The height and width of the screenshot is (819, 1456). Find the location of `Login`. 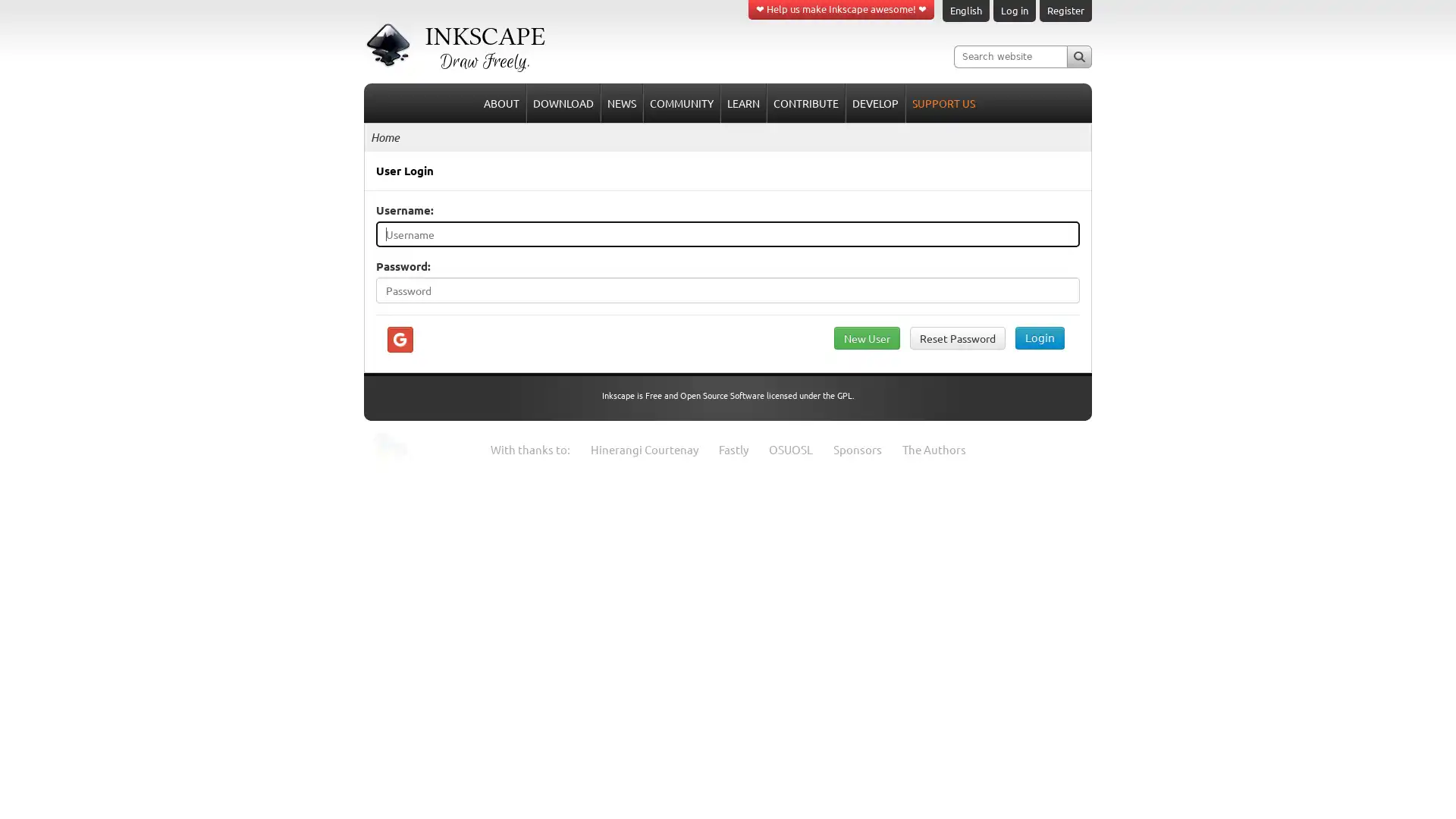

Login is located at coordinates (1039, 336).